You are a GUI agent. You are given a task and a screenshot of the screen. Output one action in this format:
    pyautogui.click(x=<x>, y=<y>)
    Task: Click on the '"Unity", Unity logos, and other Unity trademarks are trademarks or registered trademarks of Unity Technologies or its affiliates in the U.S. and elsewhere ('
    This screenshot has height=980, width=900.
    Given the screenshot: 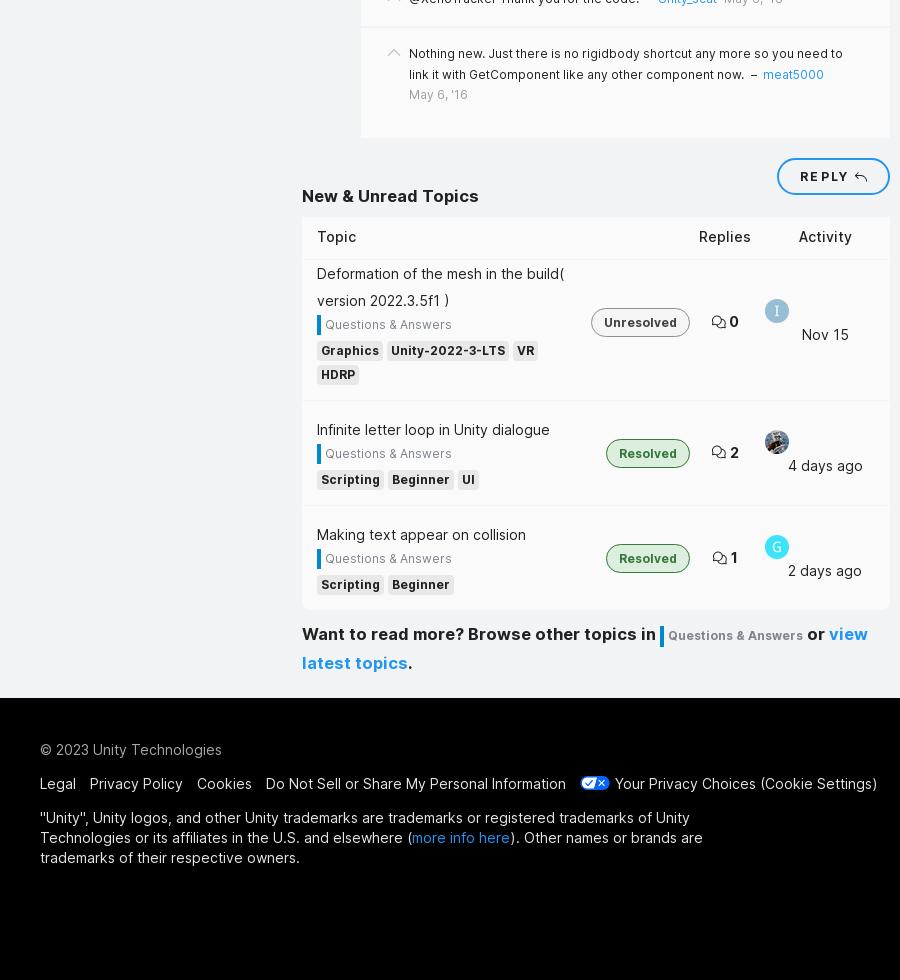 What is the action you would take?
    pyautogui.click(x=365, y=826)
    